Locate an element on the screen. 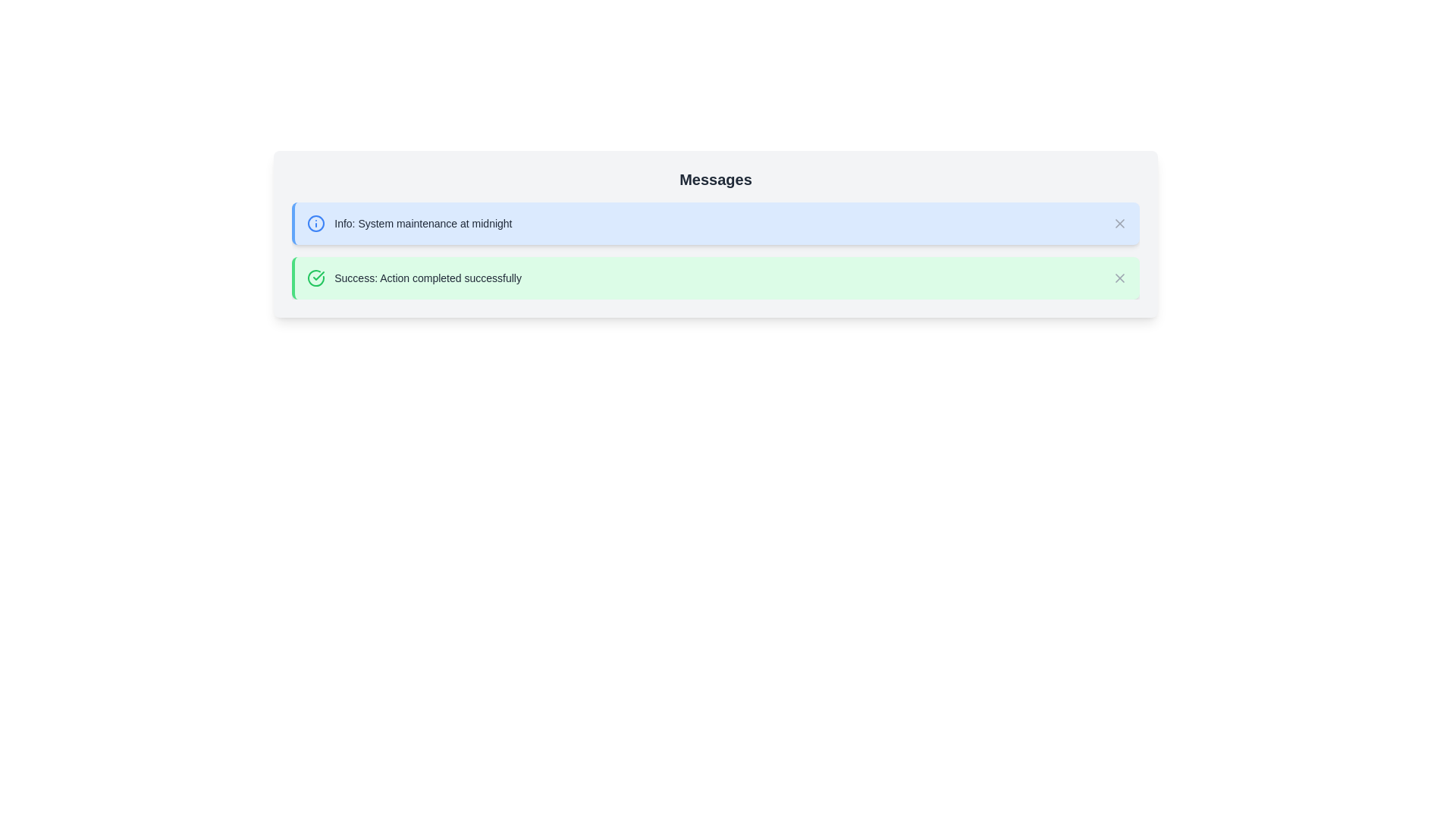 This screenshot has width=1456, height=819. the blue circular information icon that is located next to the text 'Info: System maintenance at midnight' is located at coordinates (315, 223).